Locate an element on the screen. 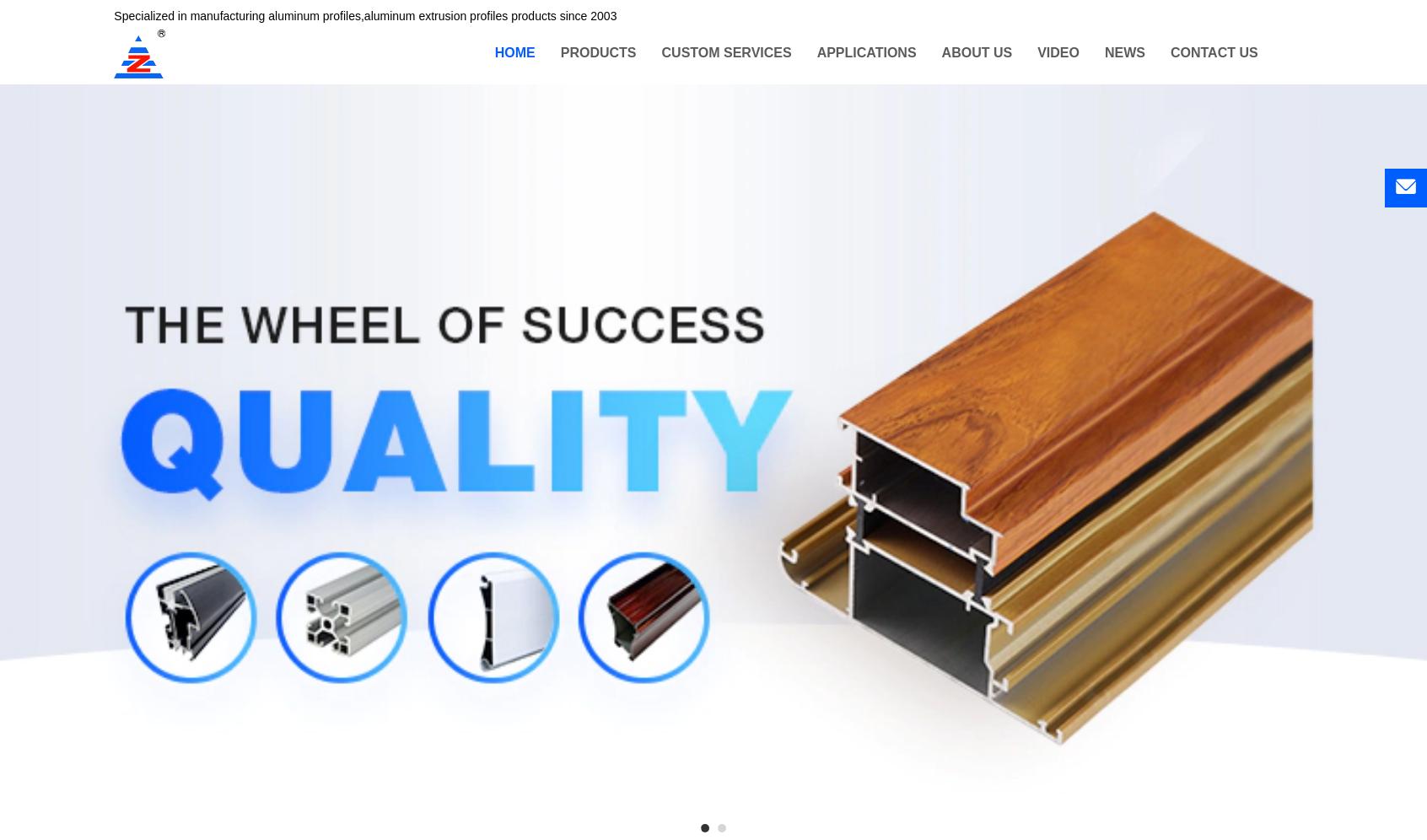  'Aluminium Curtain Rod' is located at coordinates (625, 175).